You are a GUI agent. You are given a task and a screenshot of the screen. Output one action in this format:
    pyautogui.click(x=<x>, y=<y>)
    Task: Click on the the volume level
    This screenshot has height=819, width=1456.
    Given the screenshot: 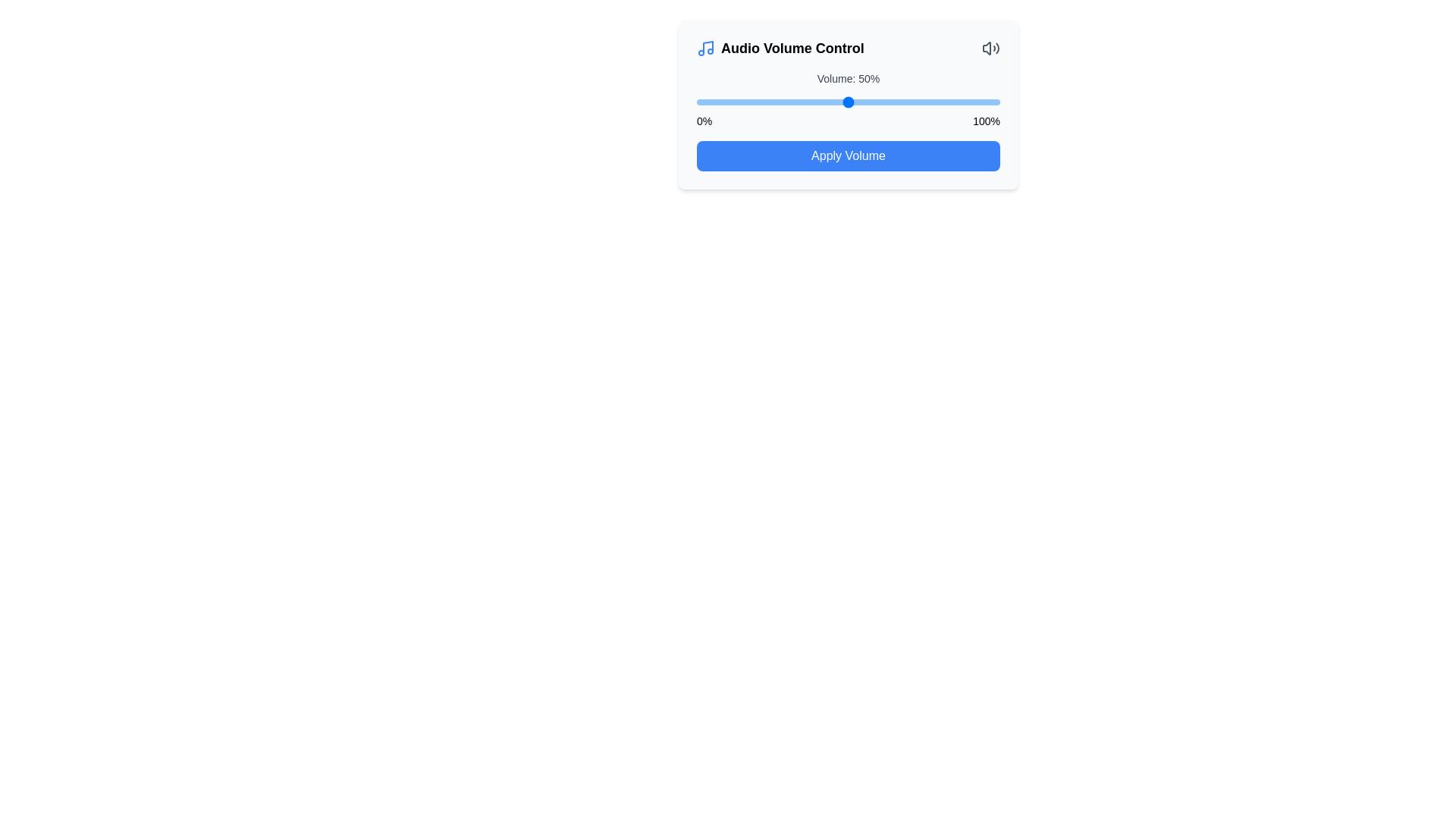 What is the action you would take?
    pyautogui.click(x=701, y=102)
    